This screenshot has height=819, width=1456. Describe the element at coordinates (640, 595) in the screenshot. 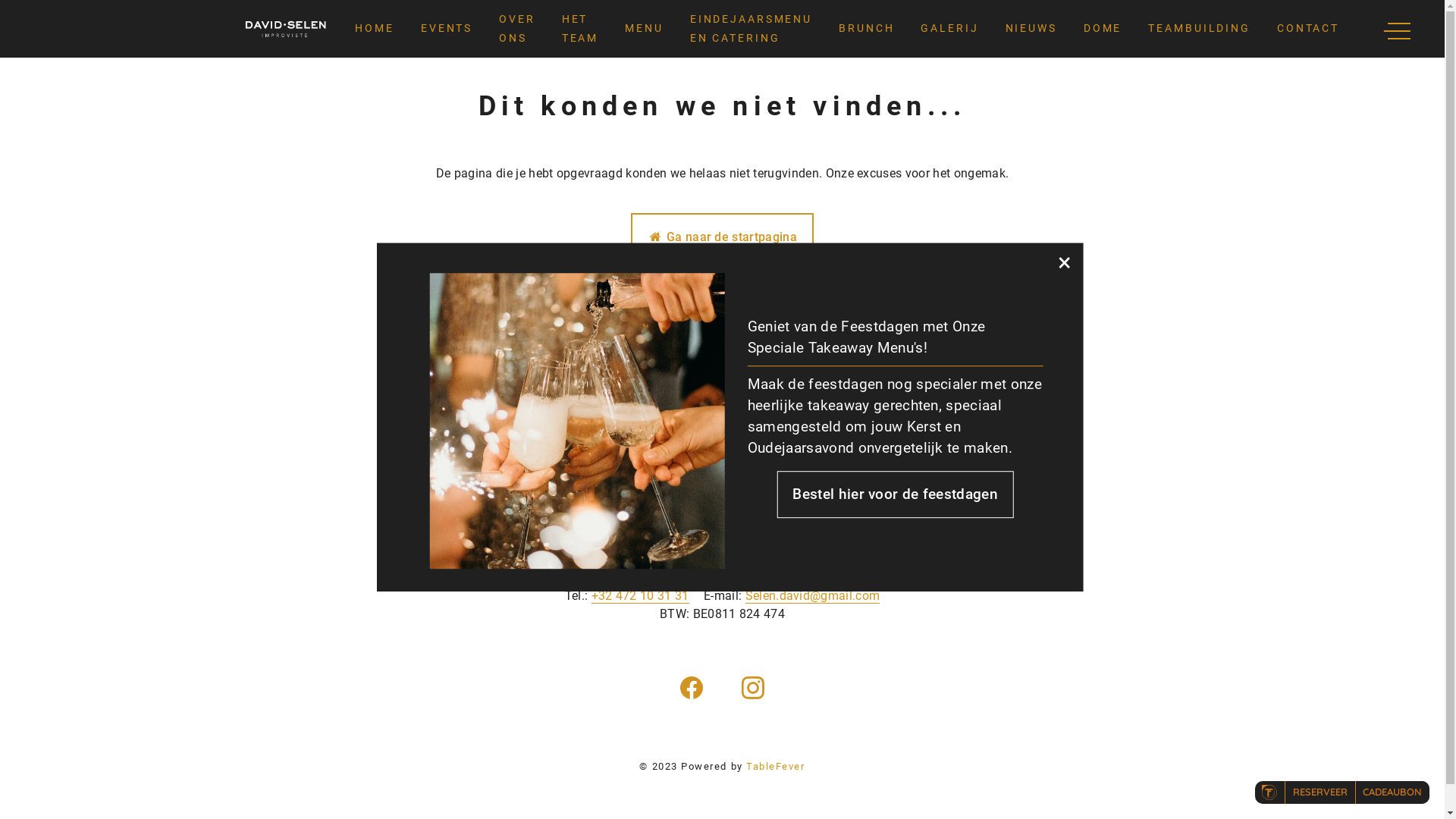

I see `'+32 472 10 31 31'` at that location.